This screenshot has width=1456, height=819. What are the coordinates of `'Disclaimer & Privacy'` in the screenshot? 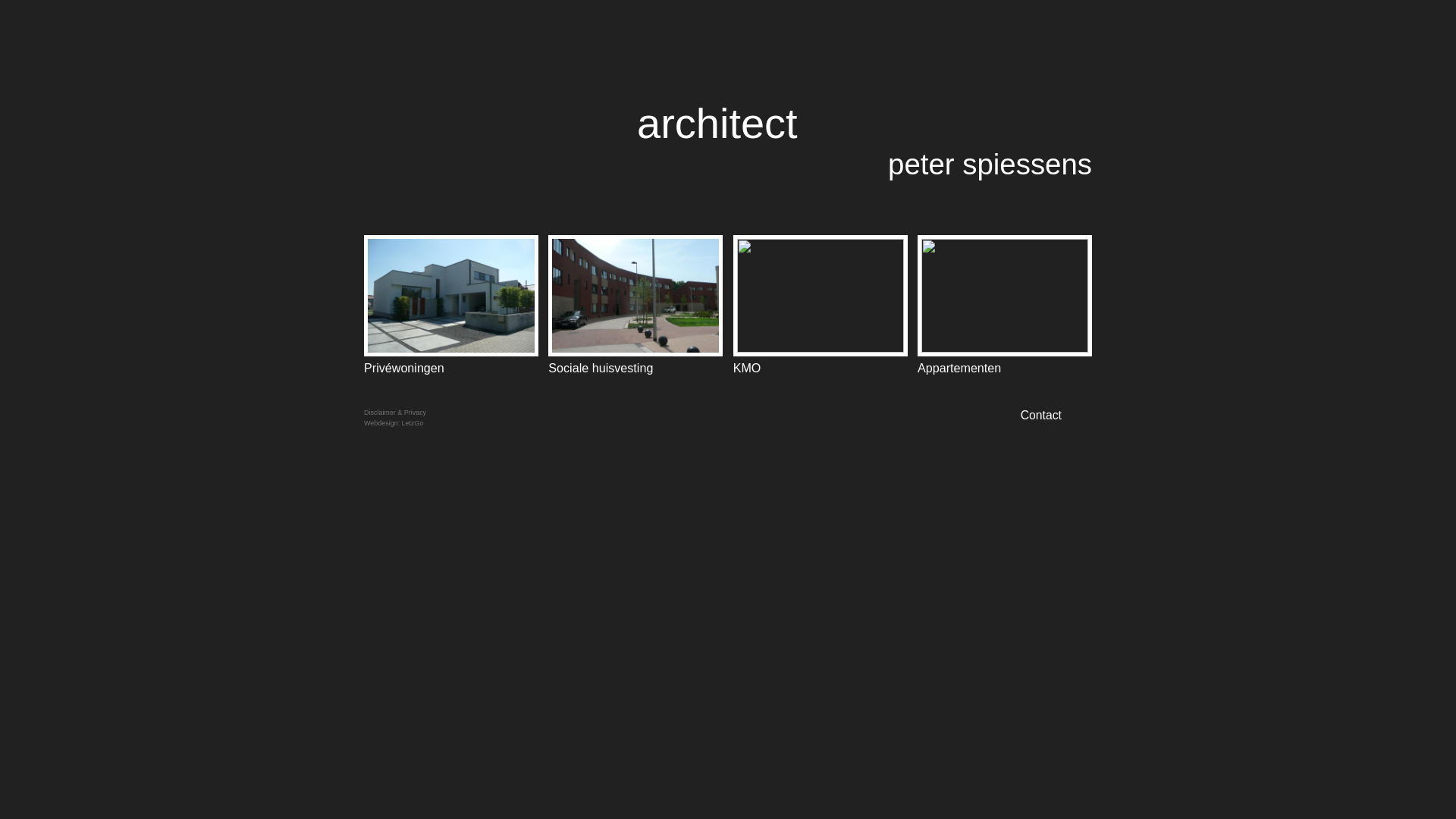 It's located at (395, 412).